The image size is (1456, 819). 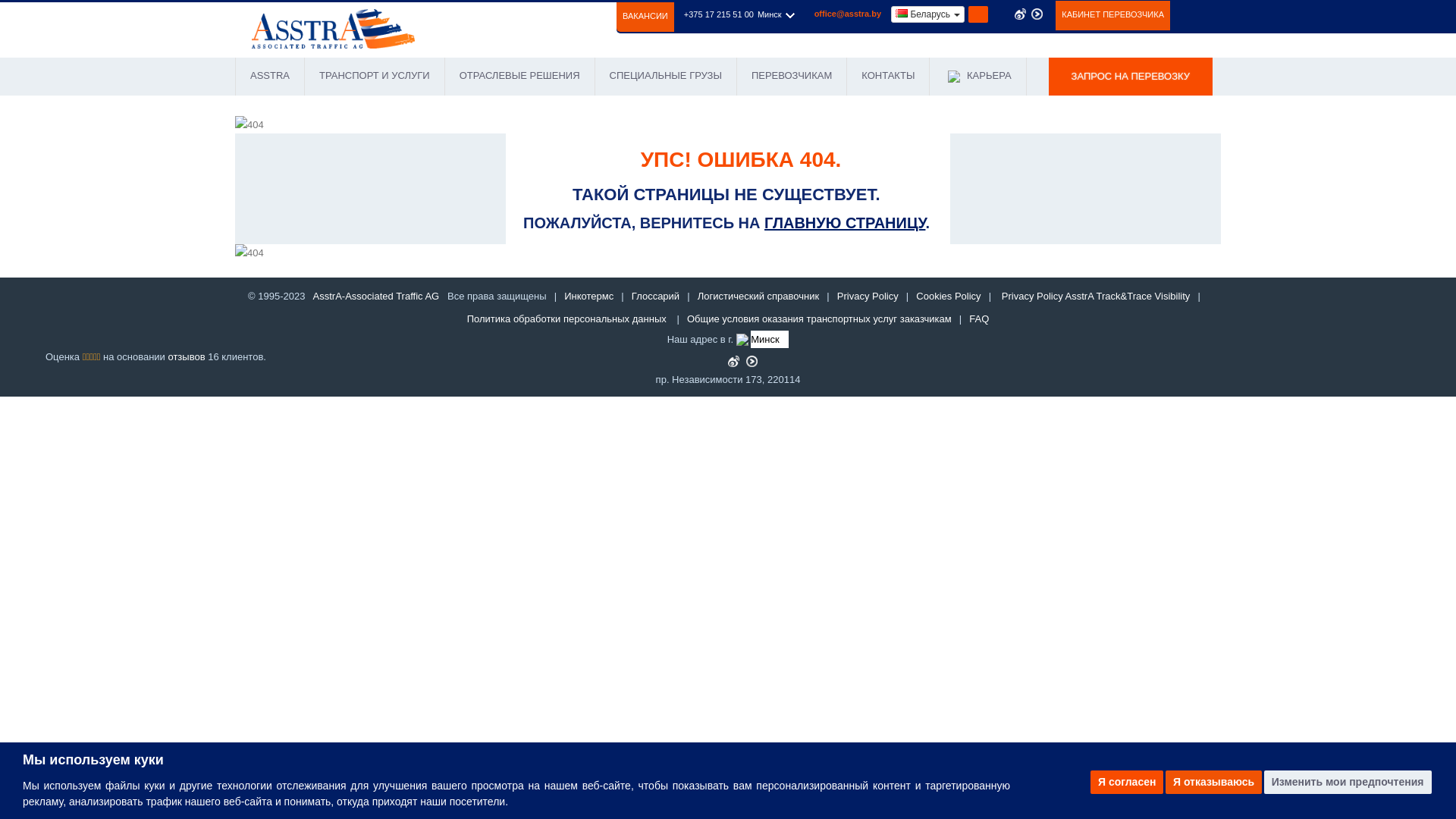 What do you see at coordinates (847, 14) in the screenshot?
I see `'office@asstra.by'` at bounding box center [847, 14].